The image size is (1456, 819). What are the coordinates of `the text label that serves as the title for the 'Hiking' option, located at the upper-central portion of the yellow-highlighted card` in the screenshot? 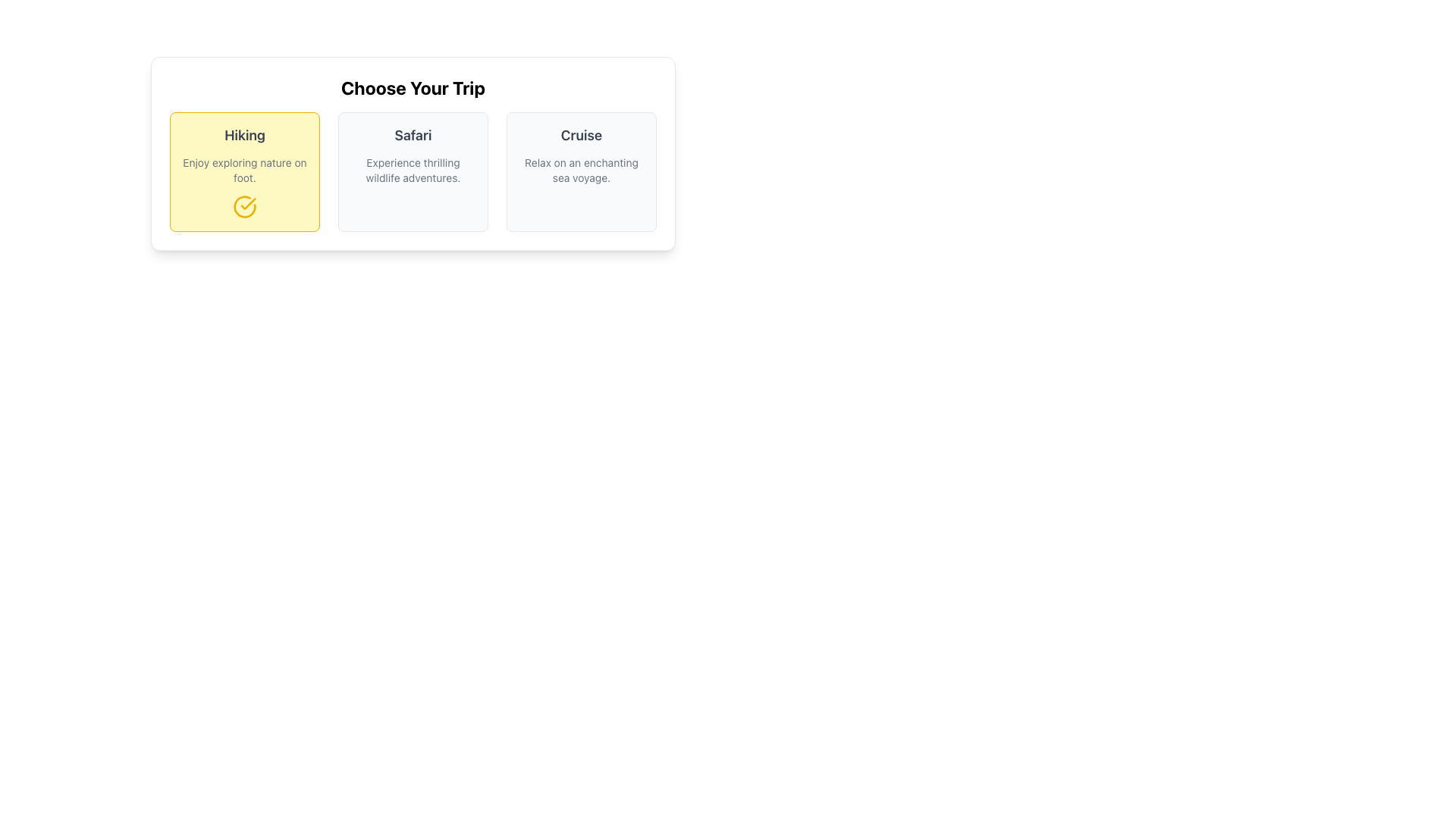 It's located at (244, 134).